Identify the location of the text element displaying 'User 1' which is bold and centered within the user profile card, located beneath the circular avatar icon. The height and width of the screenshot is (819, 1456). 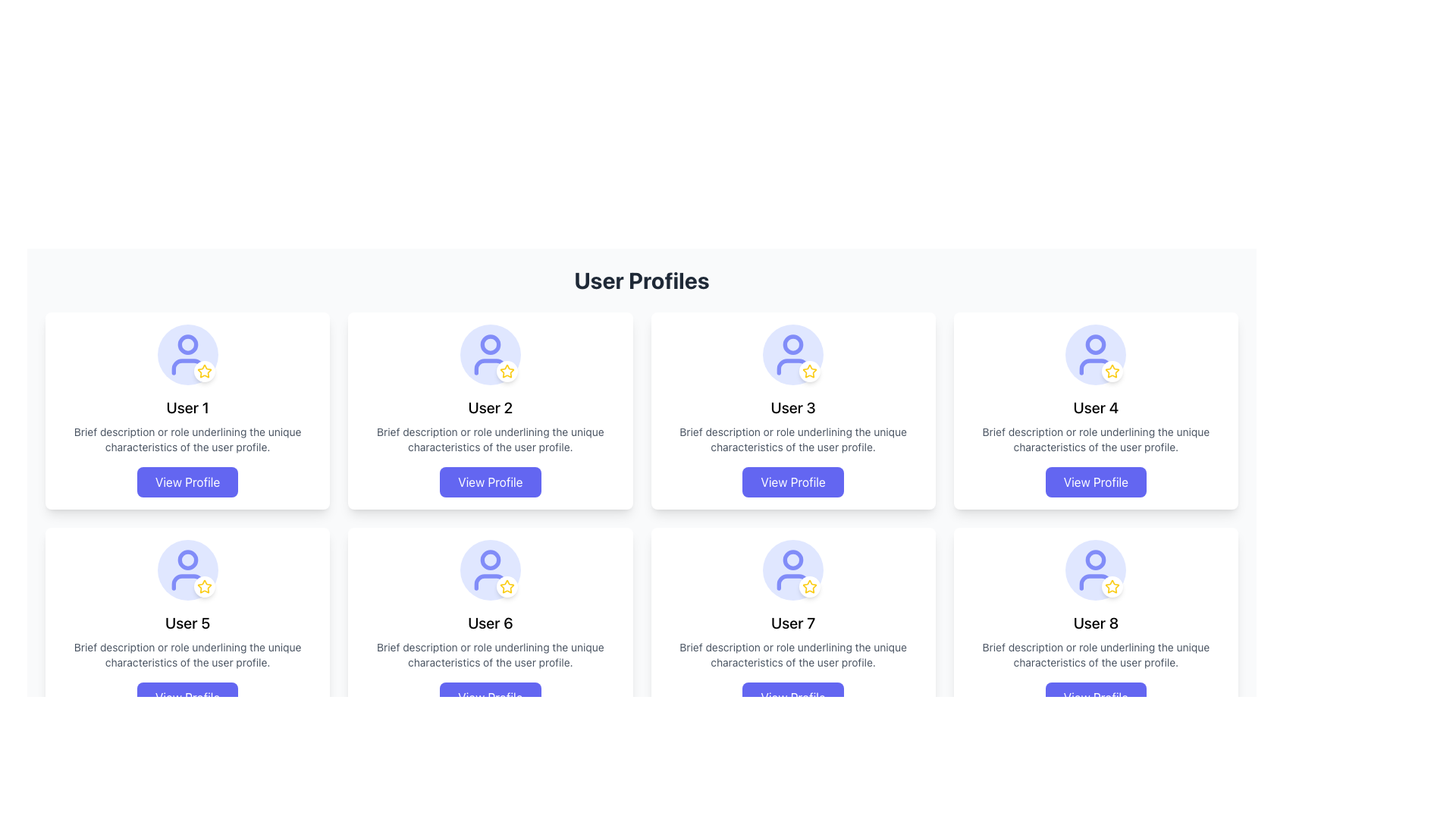
(187, 406).